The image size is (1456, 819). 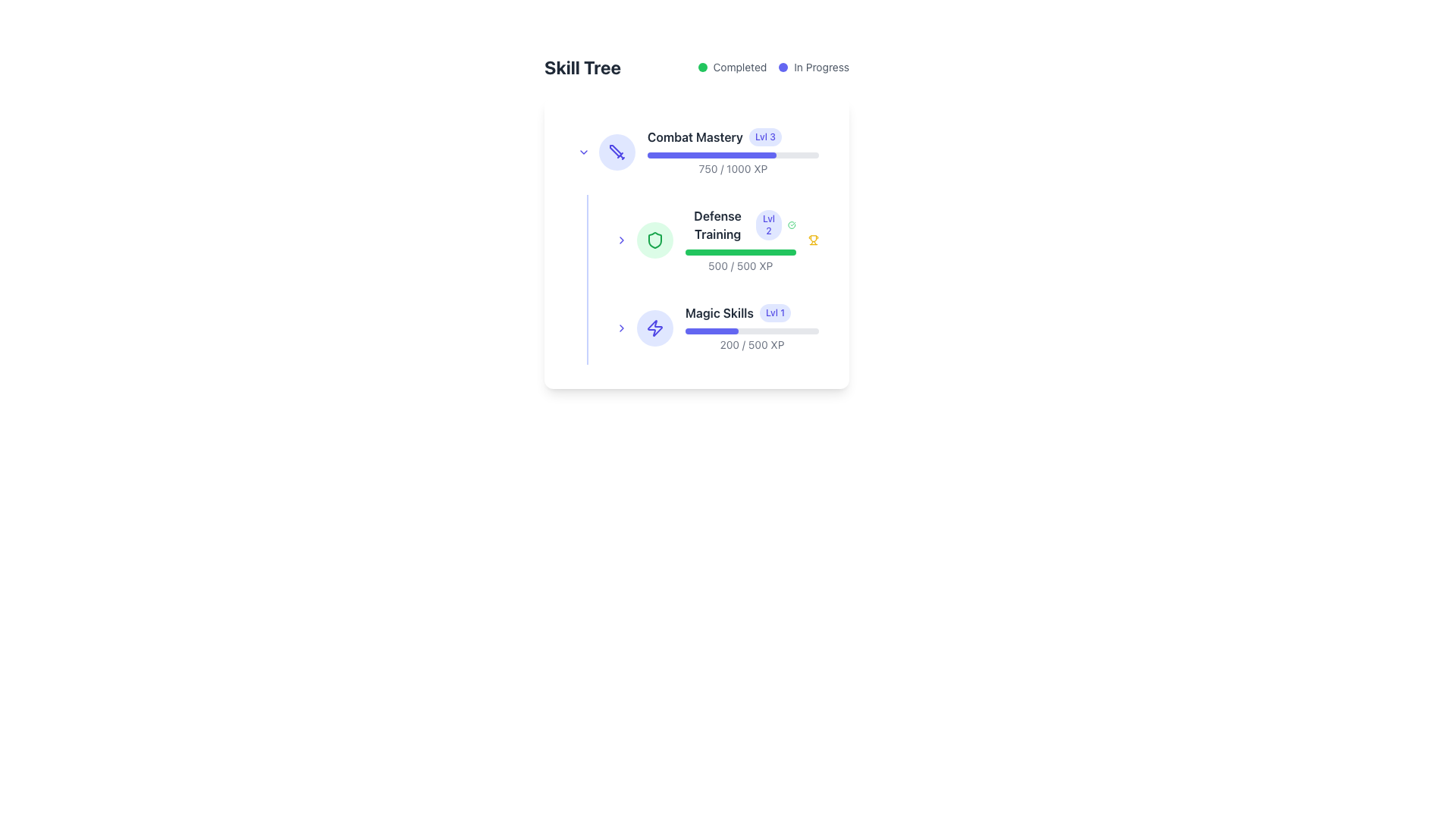 I want to click on the 'Defense Training' skill tracker, so click(x=695, y=239).